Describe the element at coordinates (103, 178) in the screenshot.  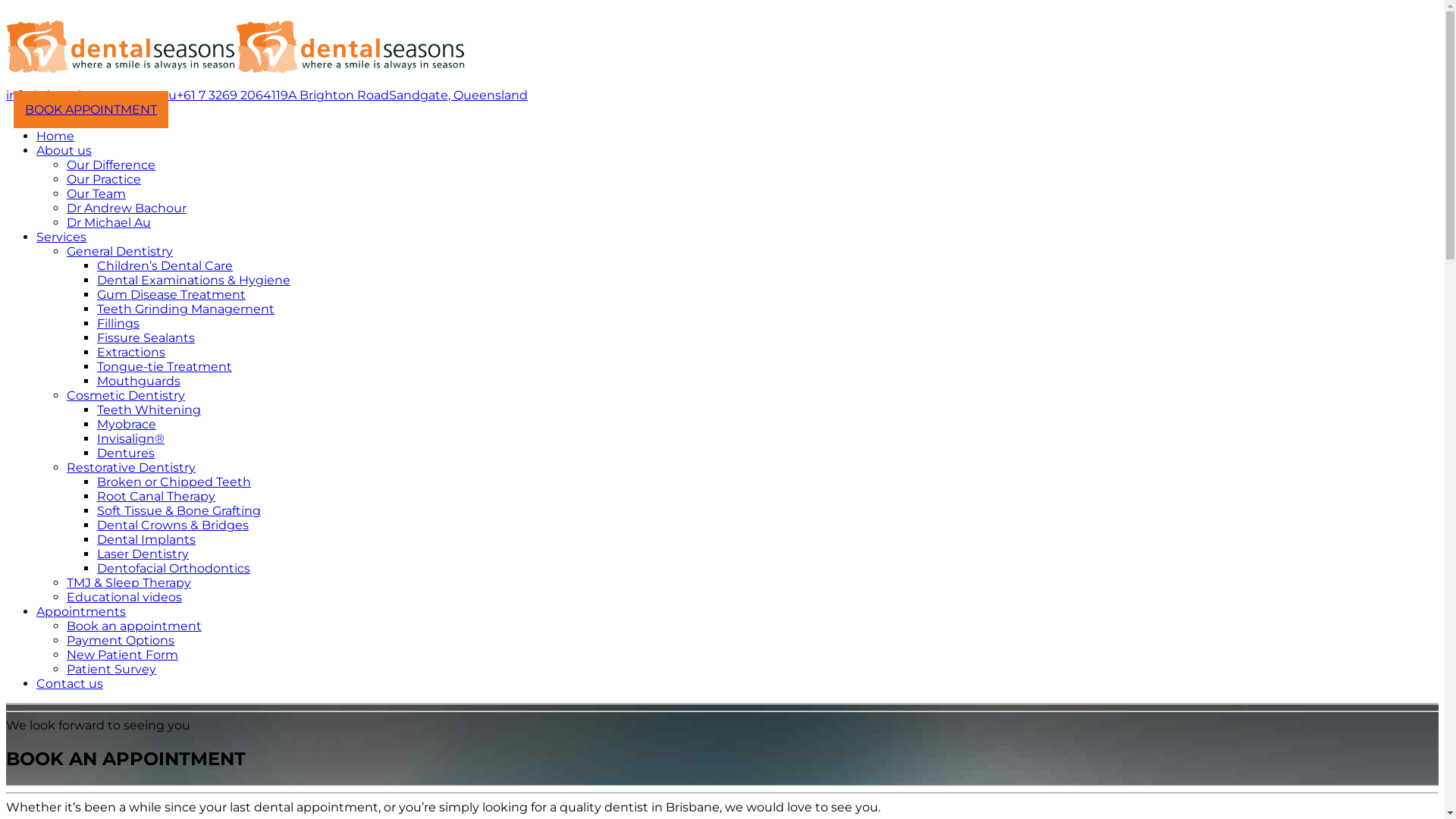
I see `'Our Practice'` at that location.